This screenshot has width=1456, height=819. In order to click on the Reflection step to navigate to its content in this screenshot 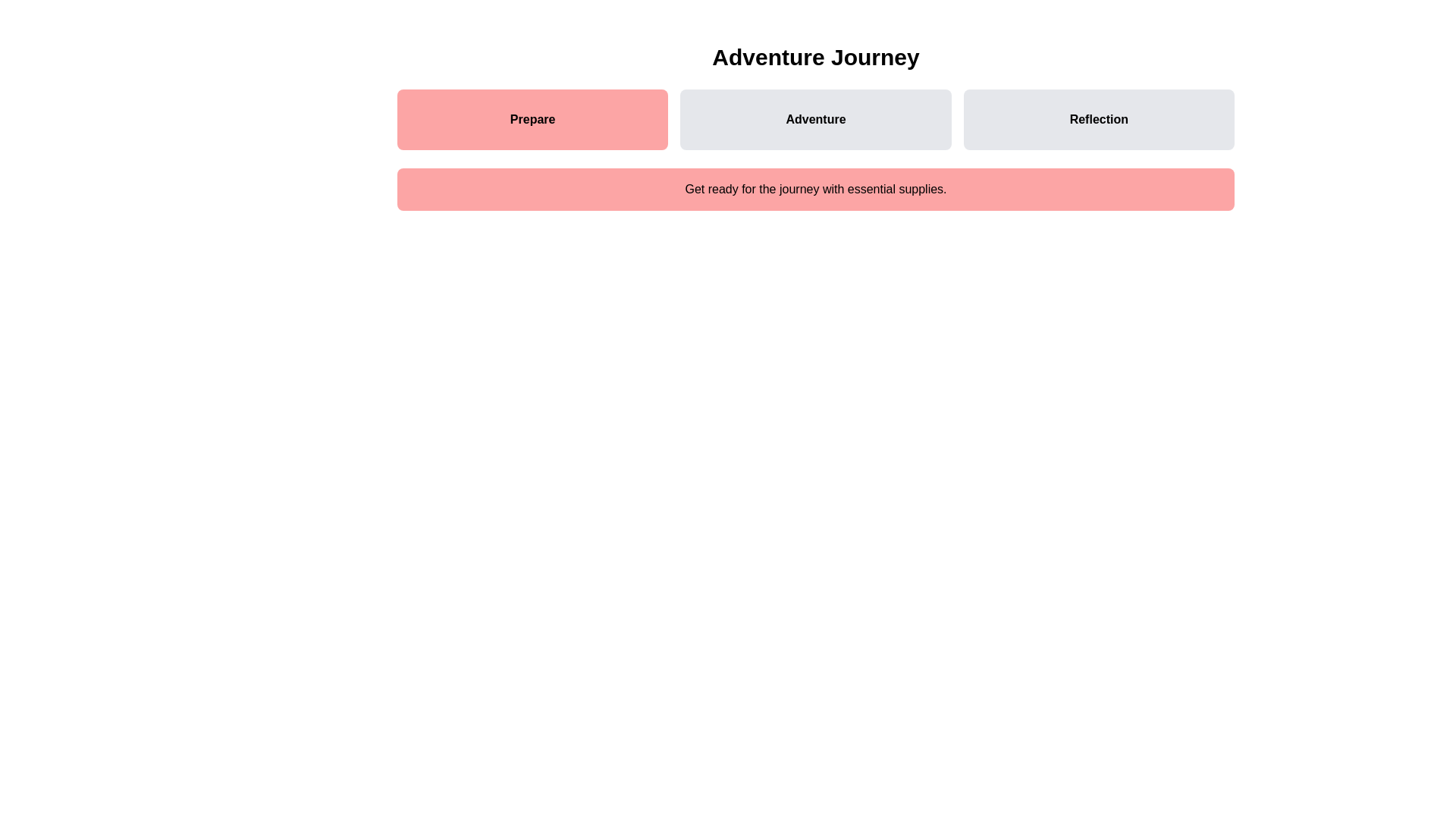, I will do `click(1099, 119)`.